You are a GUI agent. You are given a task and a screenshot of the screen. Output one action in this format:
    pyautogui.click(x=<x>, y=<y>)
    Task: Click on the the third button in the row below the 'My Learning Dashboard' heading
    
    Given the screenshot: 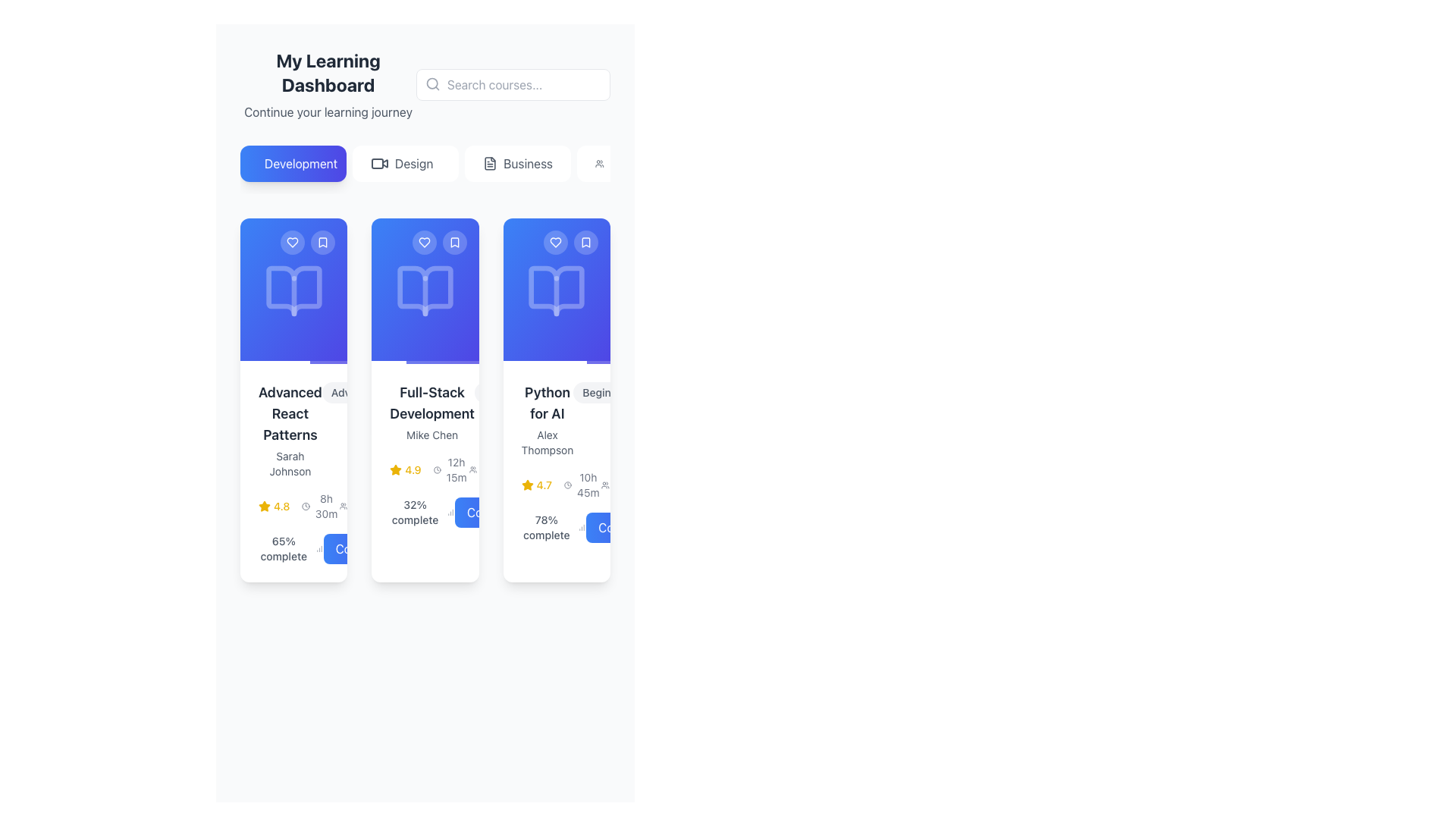 What is the action you would take?
    pyautogui.click(x=517, y=164)
    